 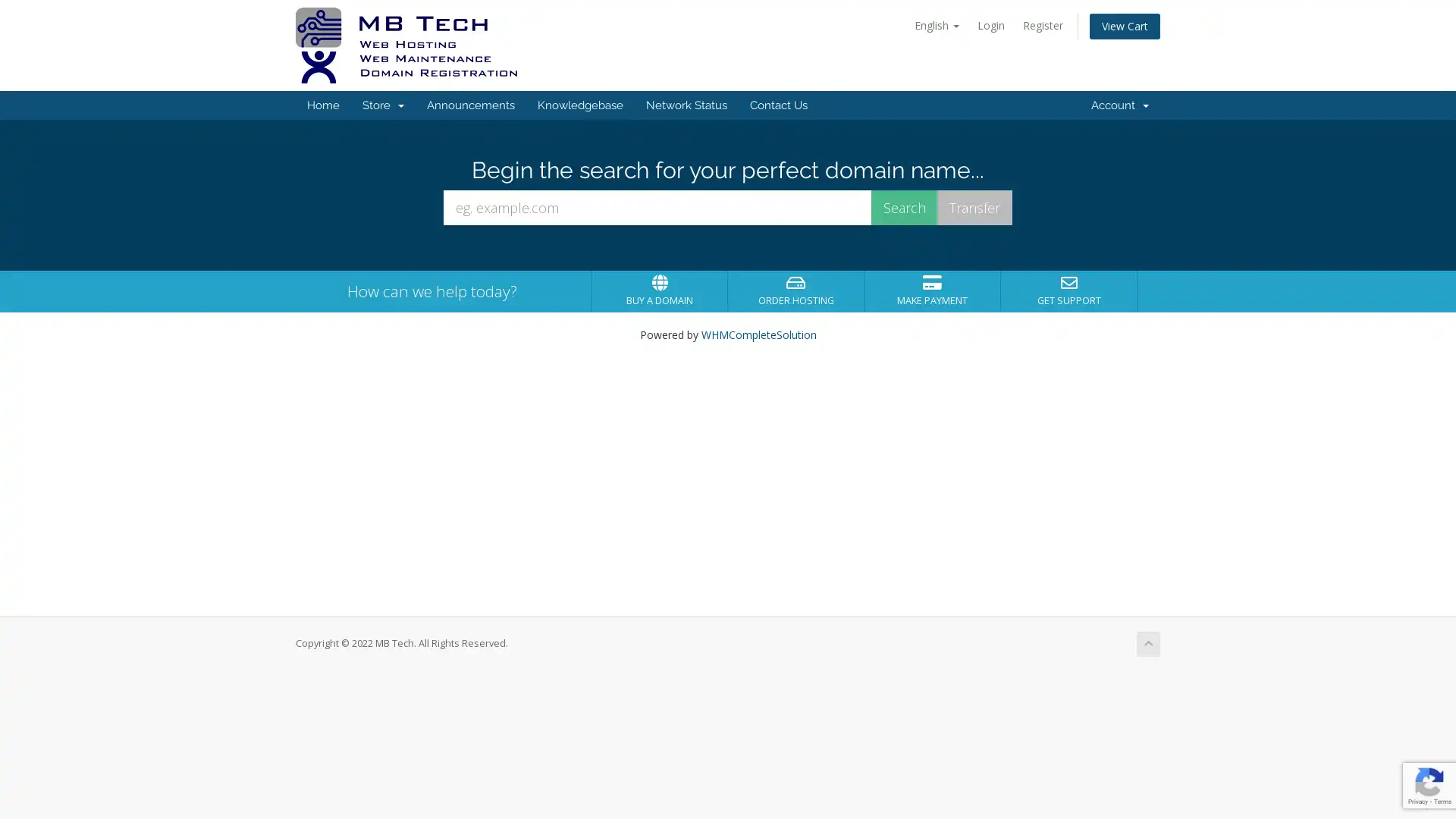 What do you see at coordinates (974, 207) in the screenshot?
I see `Transfer` at bounding box center [974, 207].